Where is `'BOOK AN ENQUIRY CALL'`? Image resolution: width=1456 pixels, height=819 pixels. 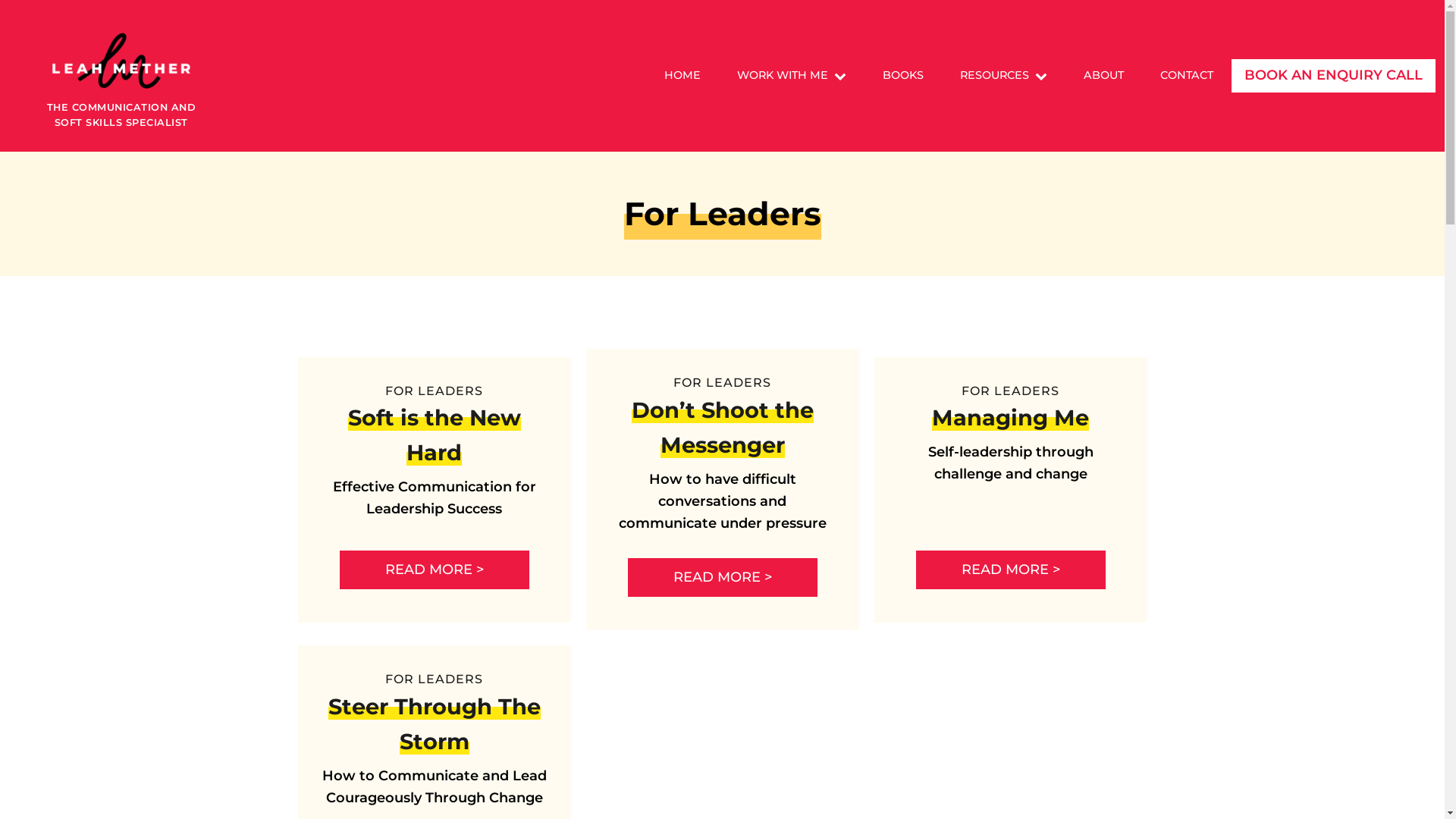 'BOOK AN ENQUIRY CALL' is located at coordinates (1332, 76).